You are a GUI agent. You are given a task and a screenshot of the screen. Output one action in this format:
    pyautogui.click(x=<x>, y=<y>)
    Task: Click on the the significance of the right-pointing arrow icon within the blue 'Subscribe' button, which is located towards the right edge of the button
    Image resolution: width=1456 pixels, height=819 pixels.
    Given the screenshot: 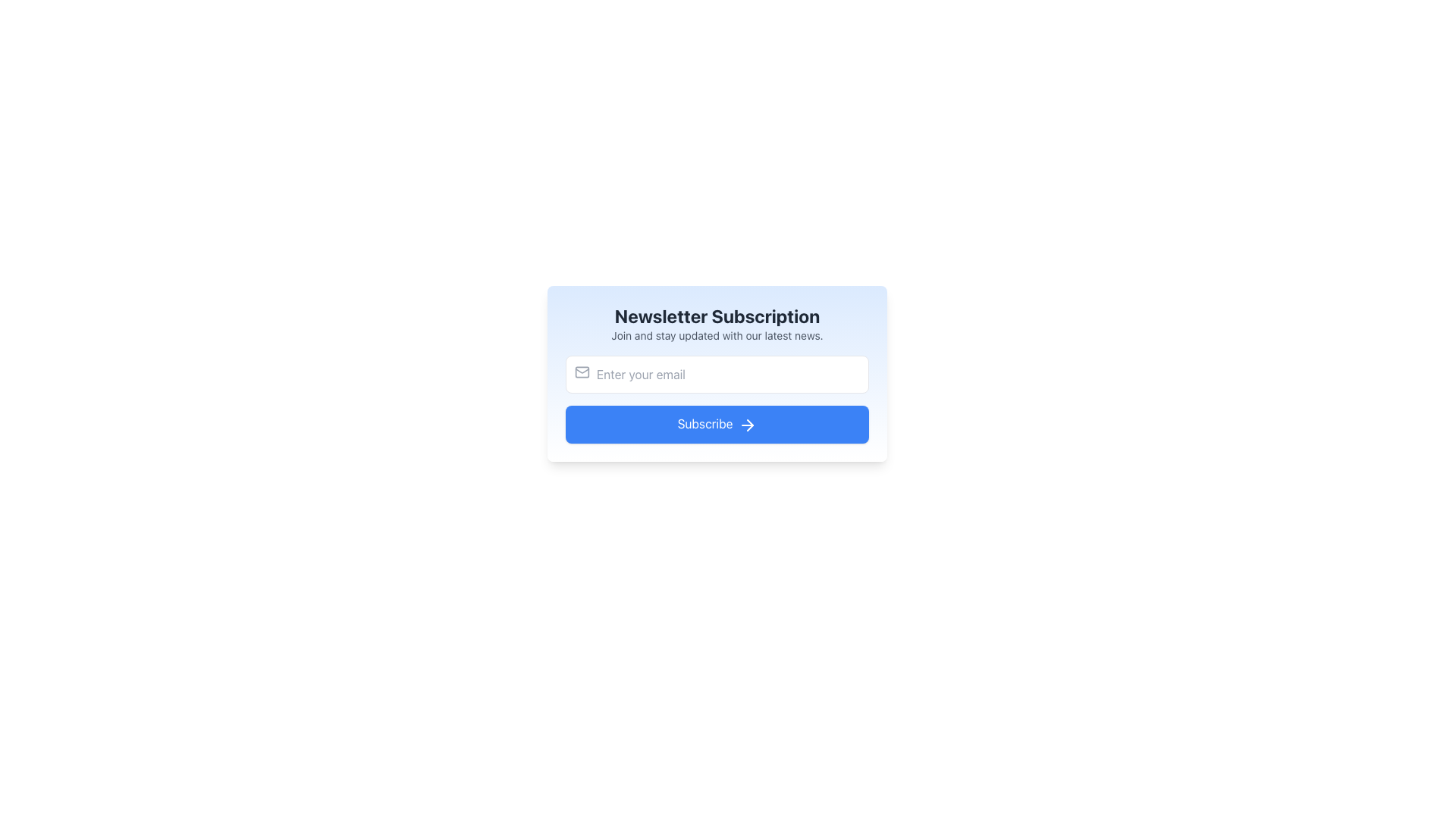 What is the action you would take?
    pyautogui.click(x=748, y=425)
    